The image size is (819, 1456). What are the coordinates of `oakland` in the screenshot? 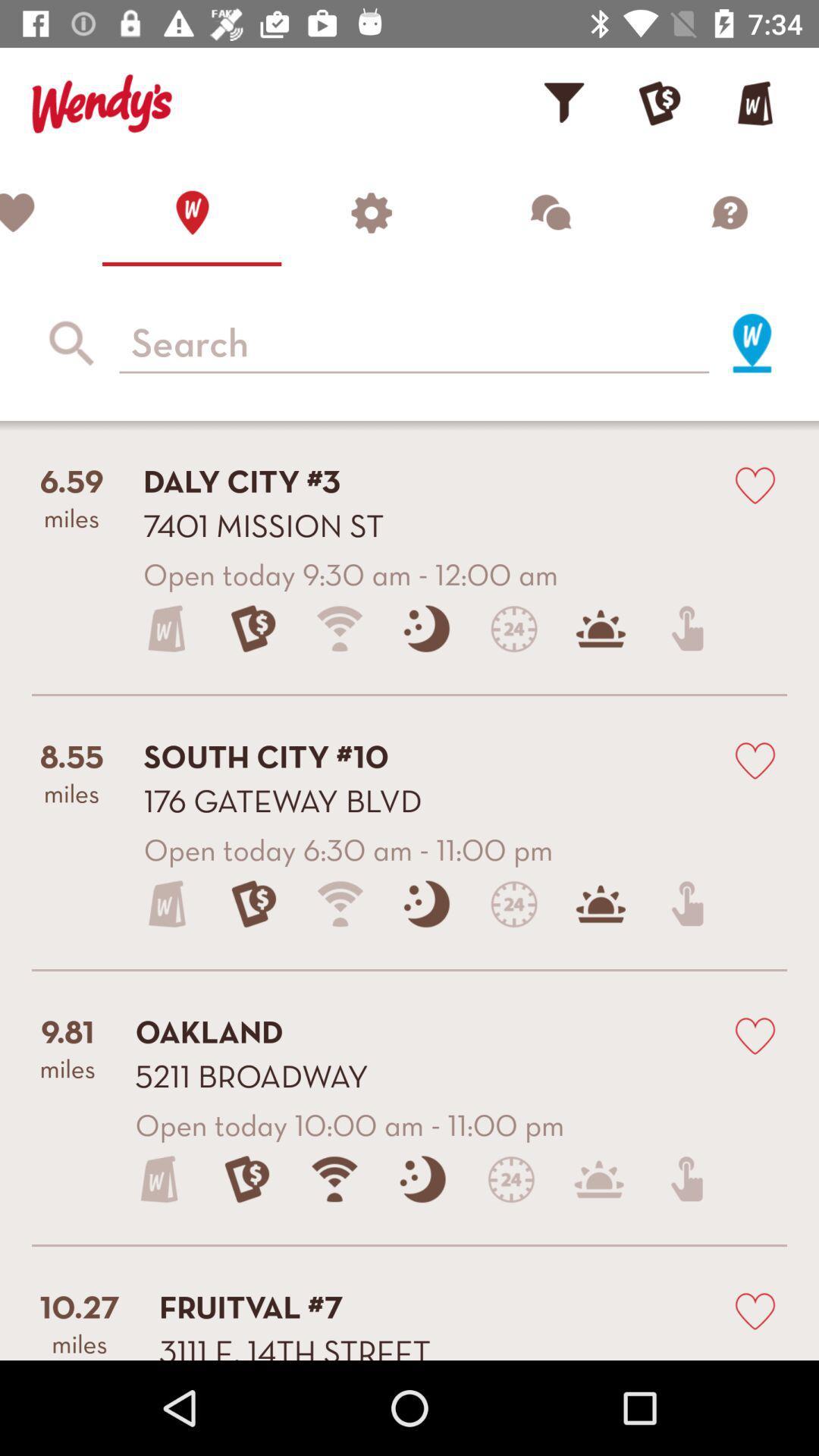 It's located at (755, 1034).